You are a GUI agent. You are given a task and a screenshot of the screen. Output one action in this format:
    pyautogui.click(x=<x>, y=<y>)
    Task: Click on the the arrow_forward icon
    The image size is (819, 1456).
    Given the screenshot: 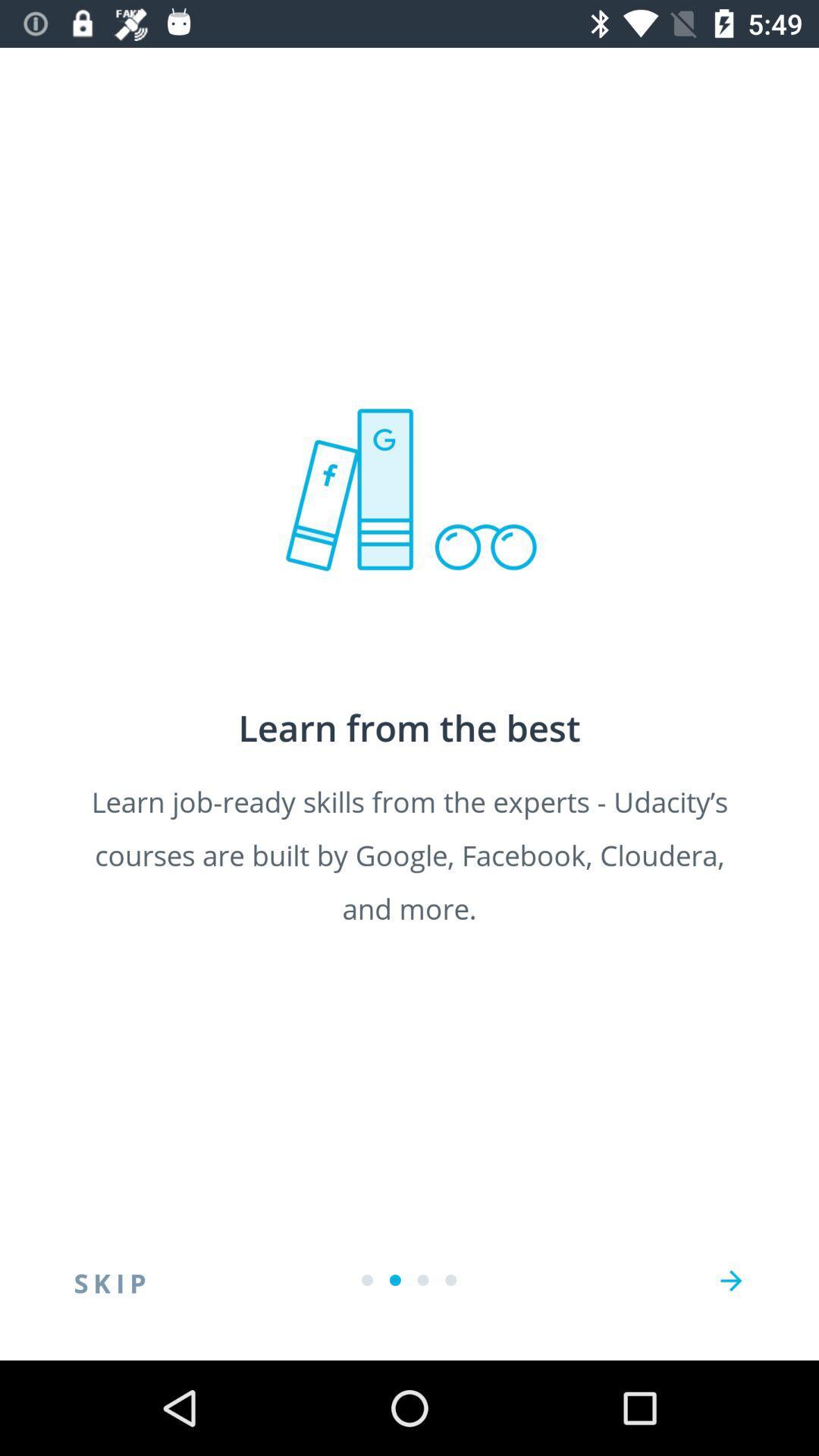 What is the action you would take?
    pyautogui.click(x=730, y=1280)
    